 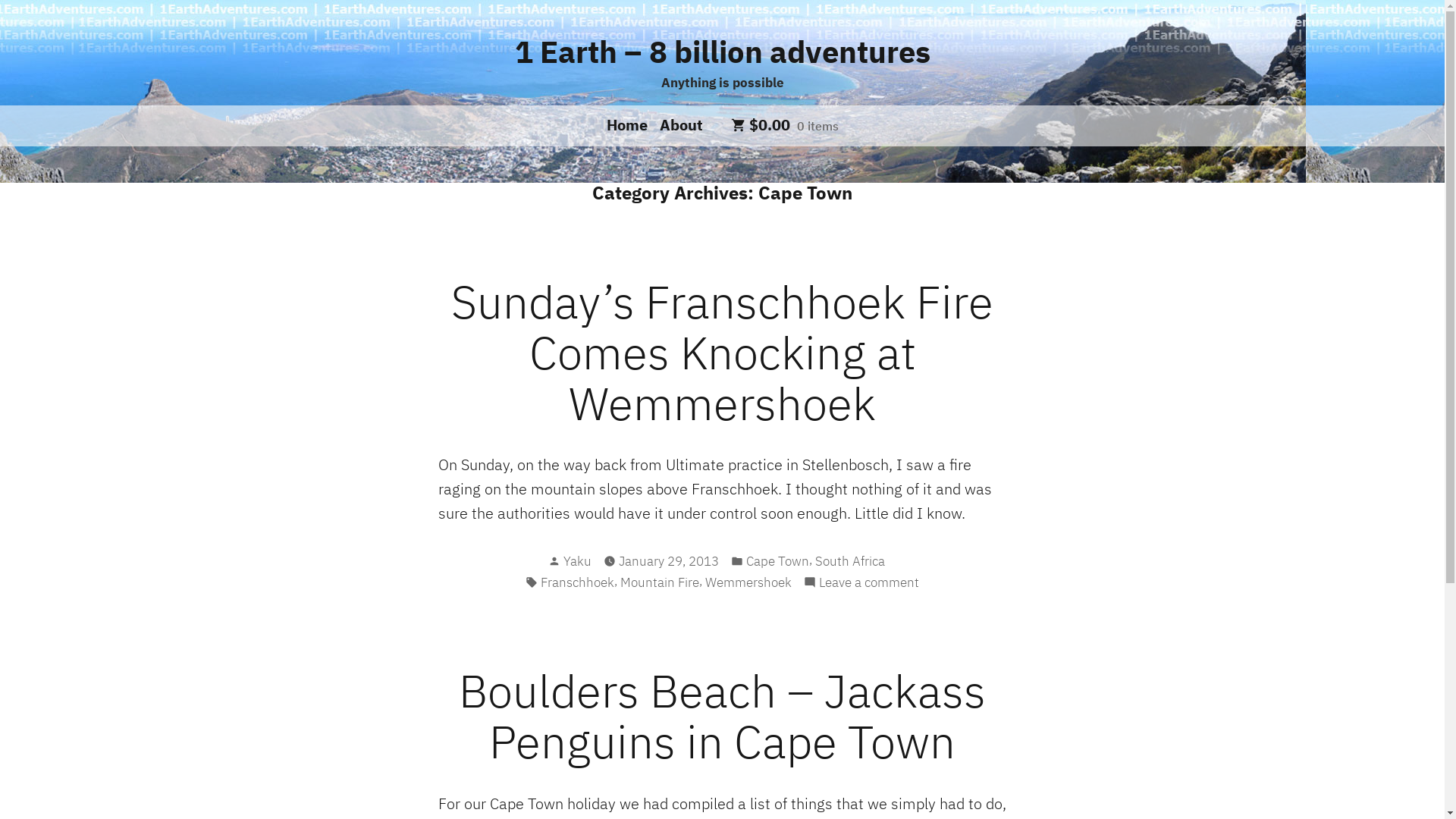 I want to click on 'Franschhoek', so click(x=576, y=582).